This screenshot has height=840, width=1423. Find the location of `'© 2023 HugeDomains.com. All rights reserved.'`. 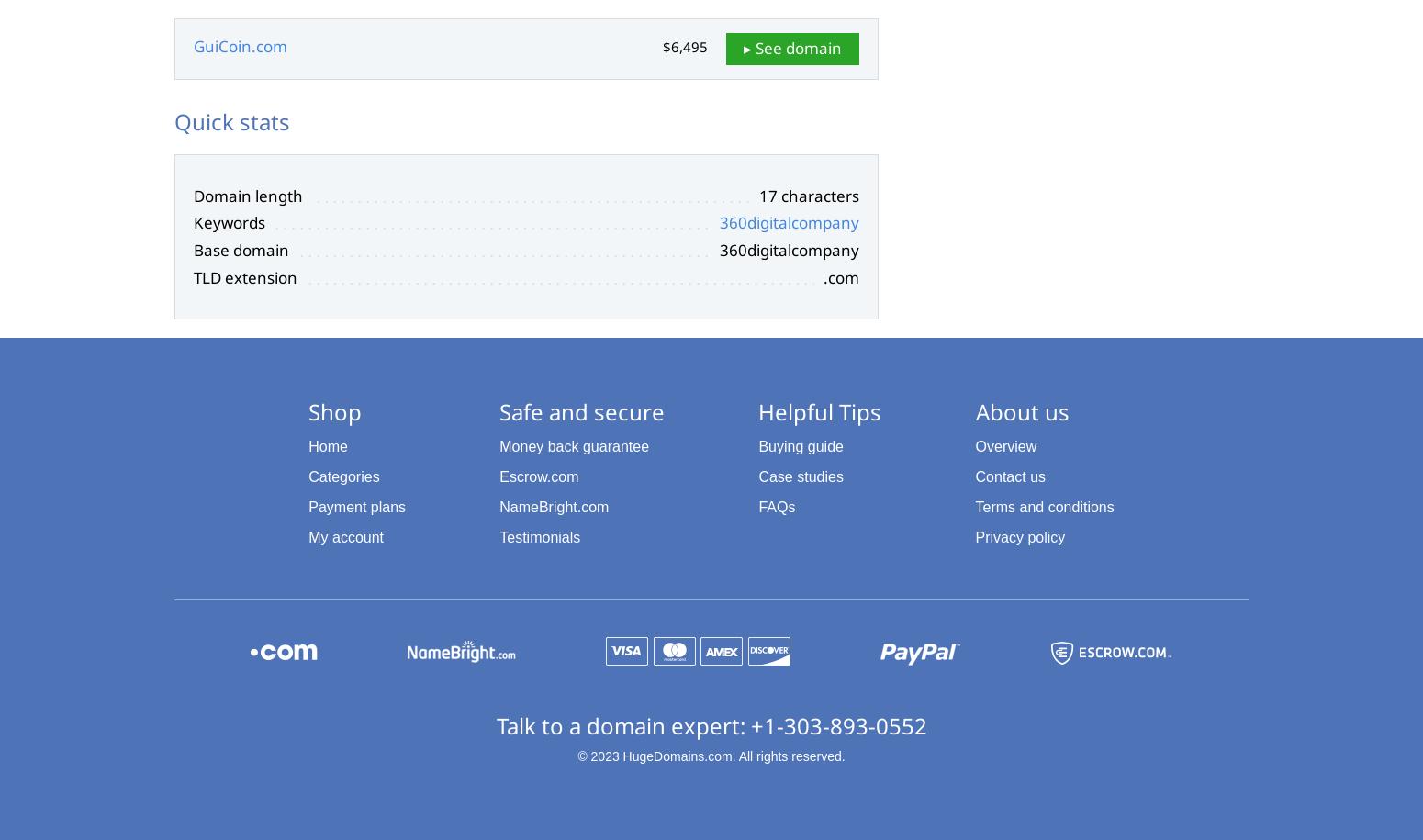

'© 2023 HugeDomains.com. All rights reserved.' is located at coordinates (711, 756).